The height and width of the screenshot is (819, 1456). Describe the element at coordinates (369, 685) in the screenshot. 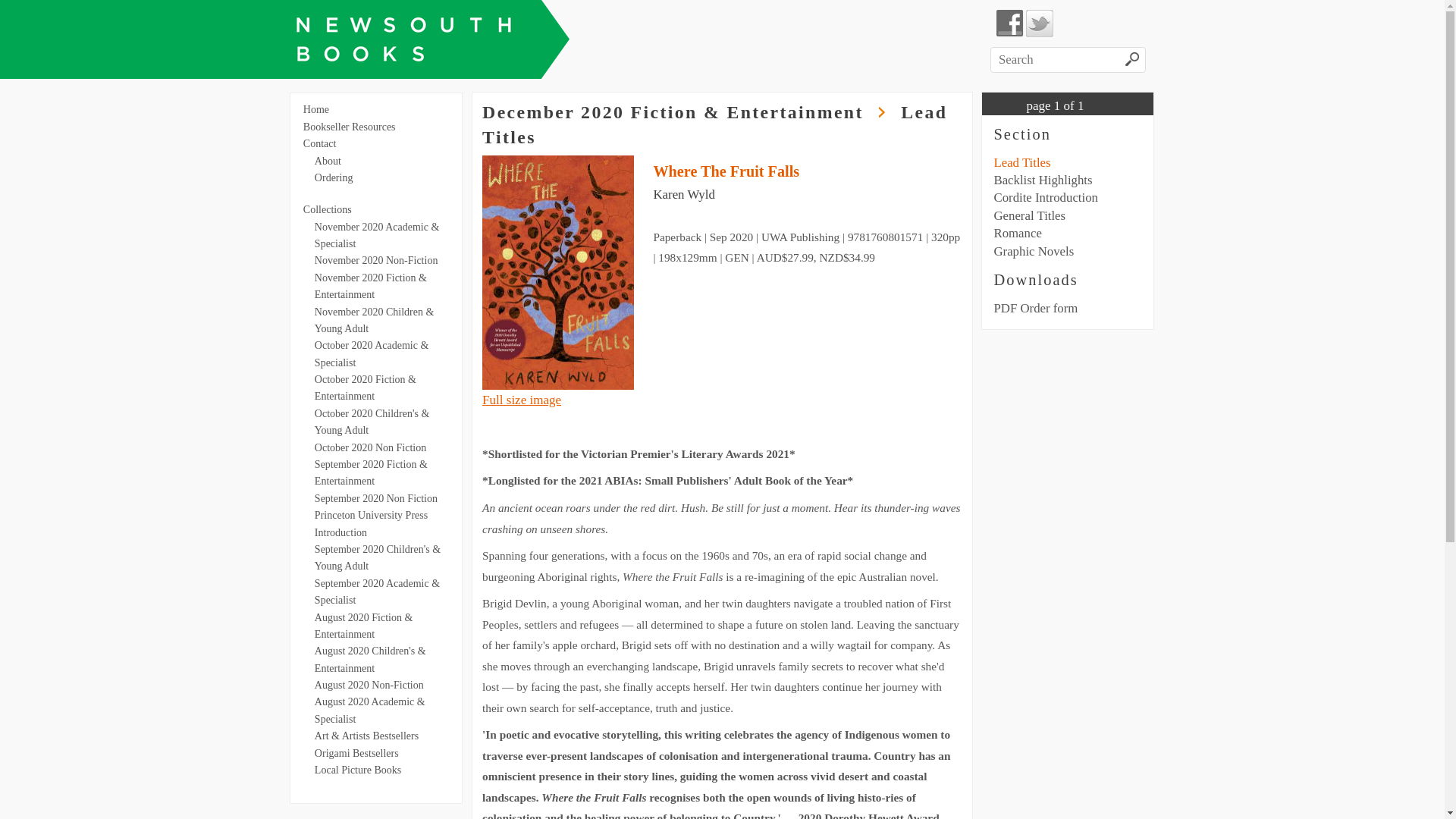

I see `'August 2020 Non-Fiction'` at that location.